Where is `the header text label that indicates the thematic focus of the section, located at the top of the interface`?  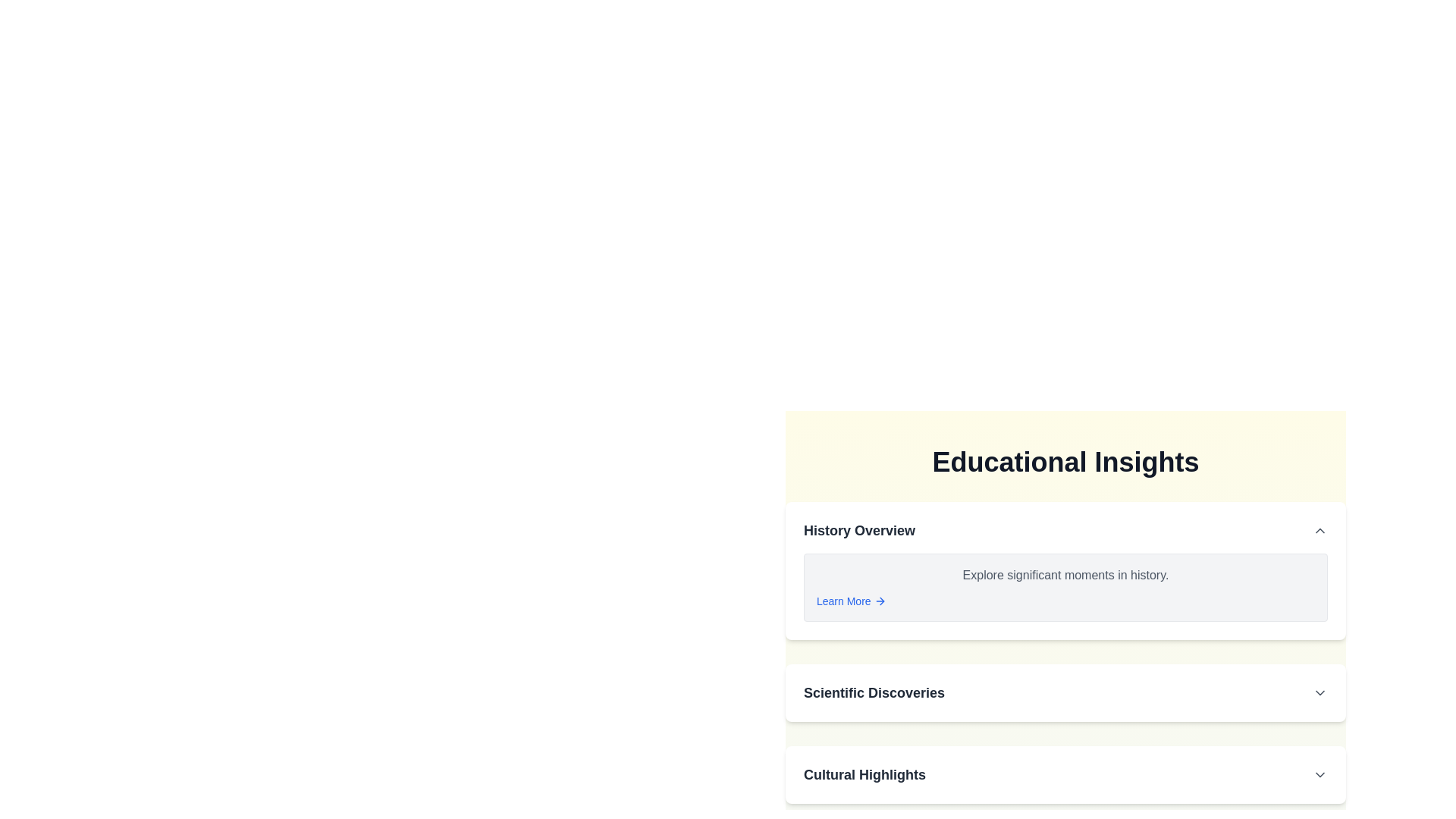 the header text label that indicates the thematic focus of the section, located at the top of the interface is located at coordinates (1065, 461).